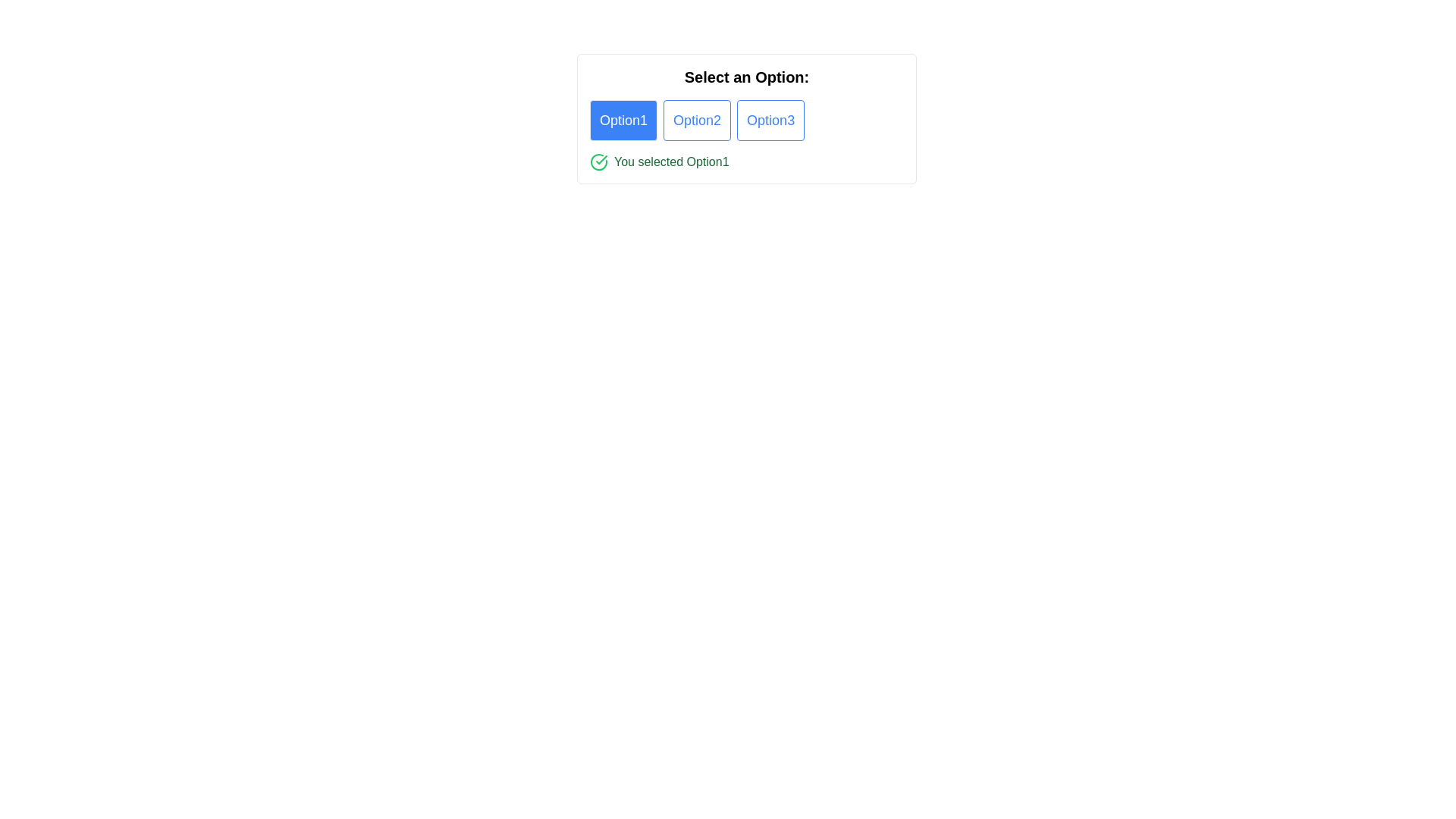  I want to click on the feedback message indicating that 'Option1' has been selected, so click(746, 162).